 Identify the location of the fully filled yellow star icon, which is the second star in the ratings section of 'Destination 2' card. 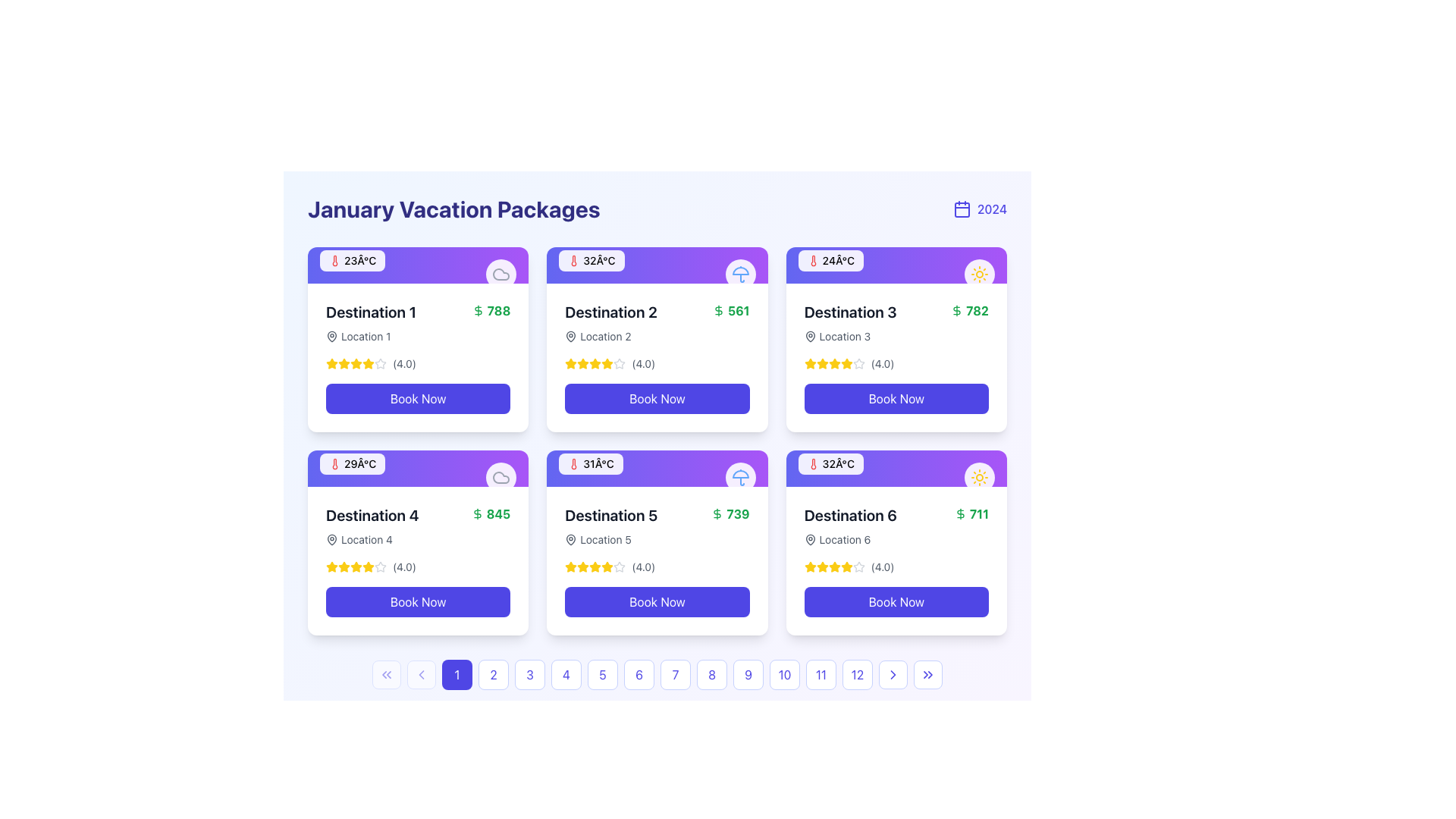
(570, 363).